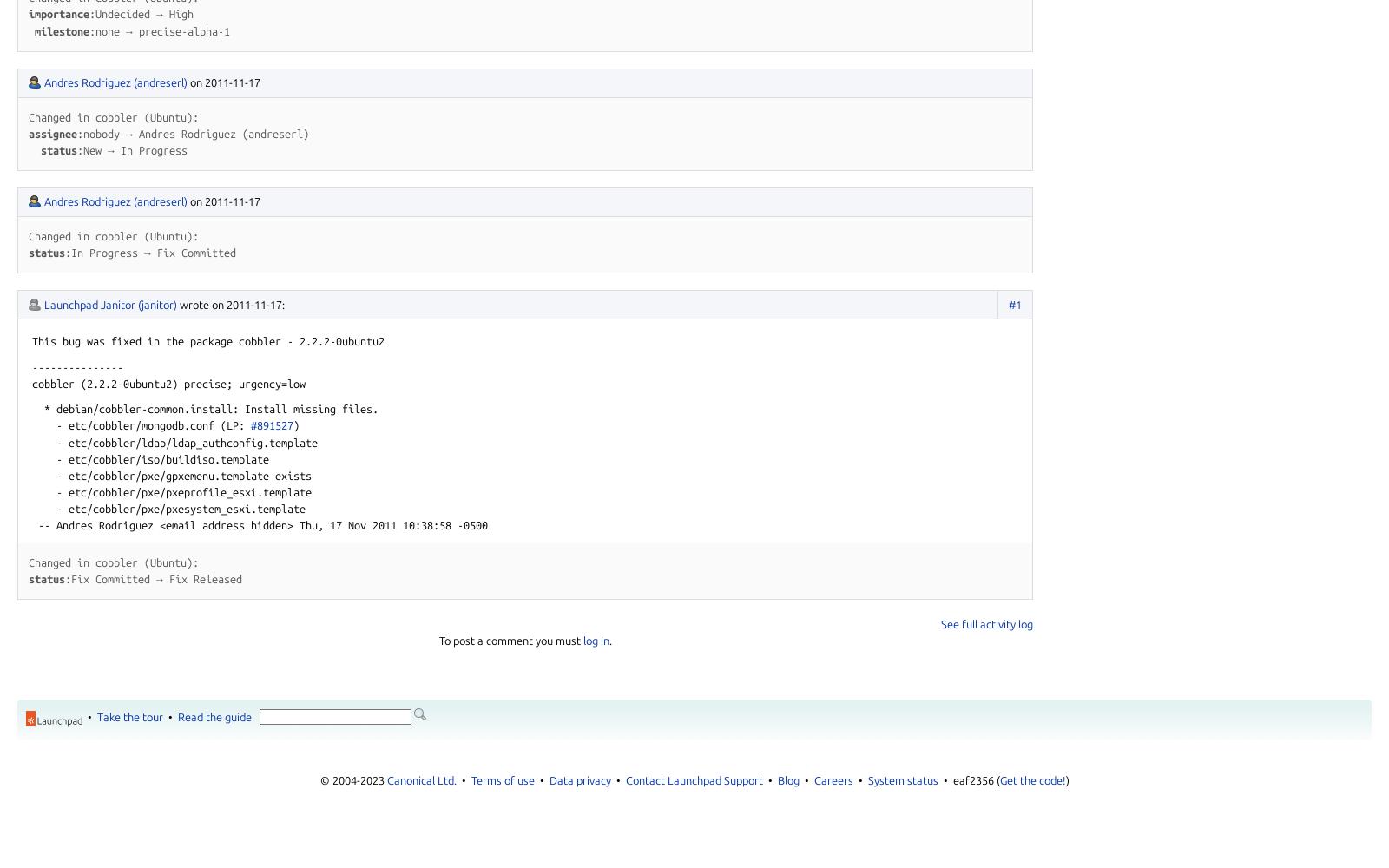  I want to click on 'Get the code!', so click(1031, 780).